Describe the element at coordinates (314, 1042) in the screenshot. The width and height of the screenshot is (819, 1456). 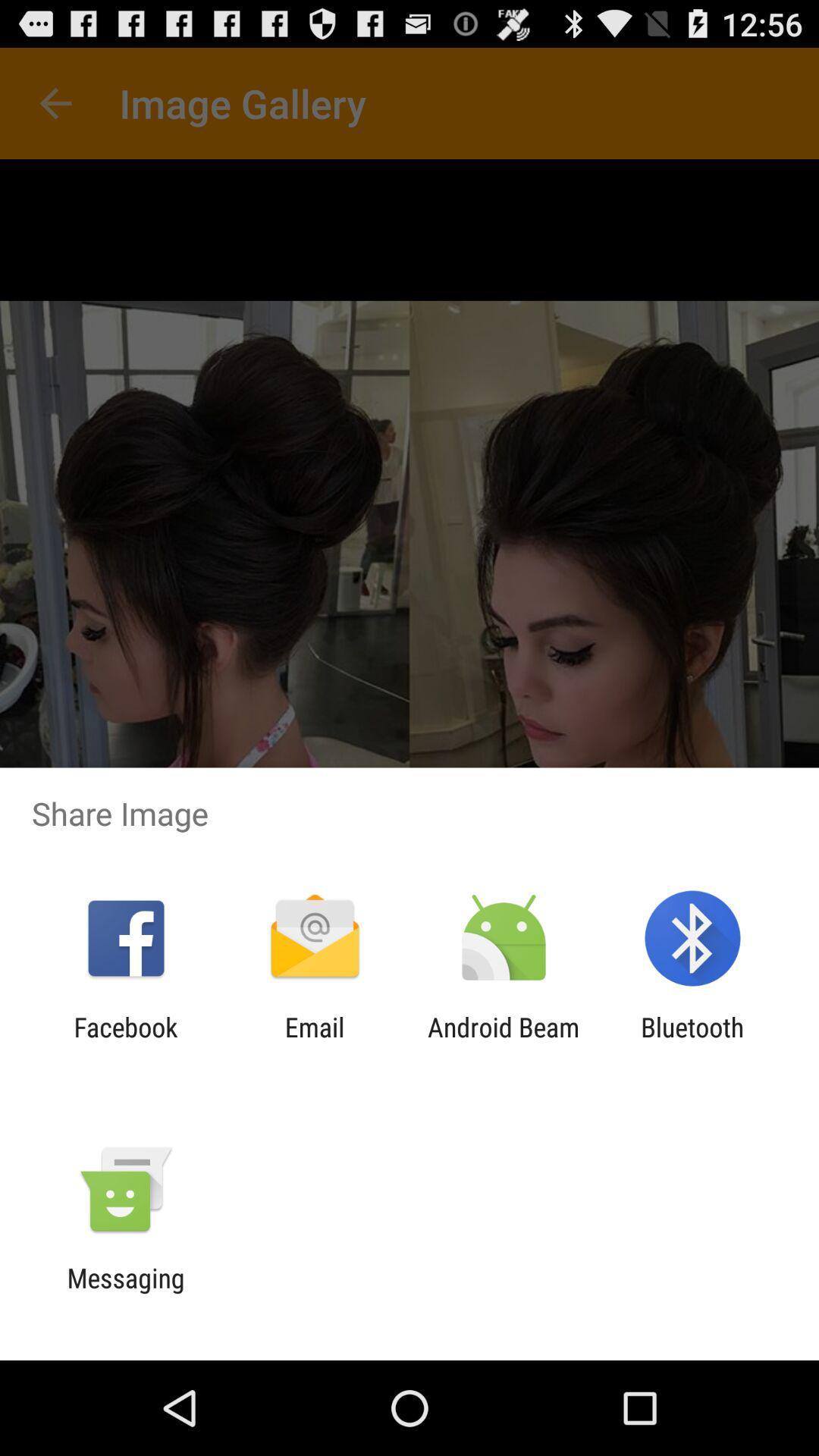
I see `icon to the right of the facebook icon` at that location.